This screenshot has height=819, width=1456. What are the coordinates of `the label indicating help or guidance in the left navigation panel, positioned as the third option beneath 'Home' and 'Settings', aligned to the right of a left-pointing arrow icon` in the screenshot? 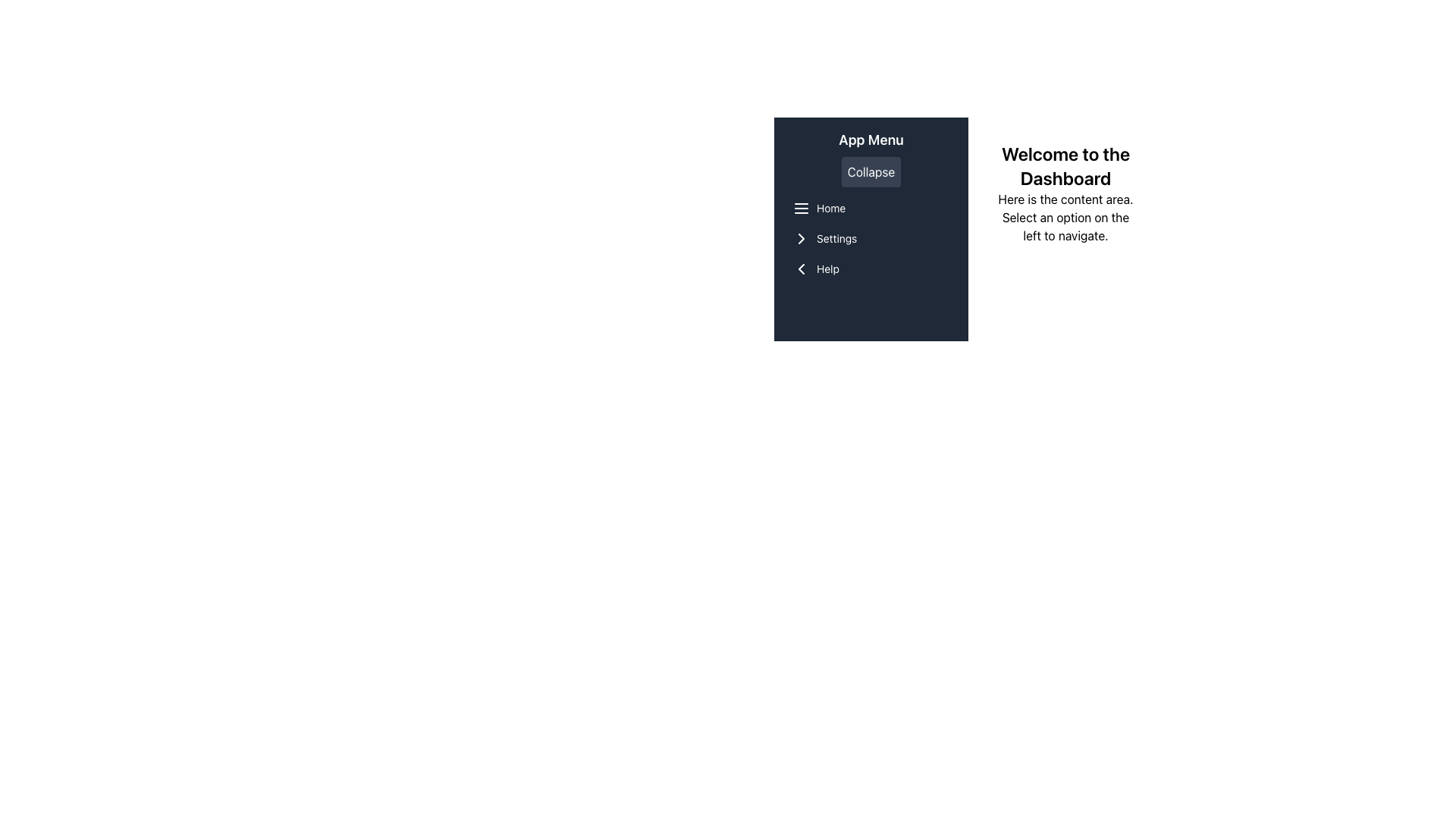 It's located at (827, 268).